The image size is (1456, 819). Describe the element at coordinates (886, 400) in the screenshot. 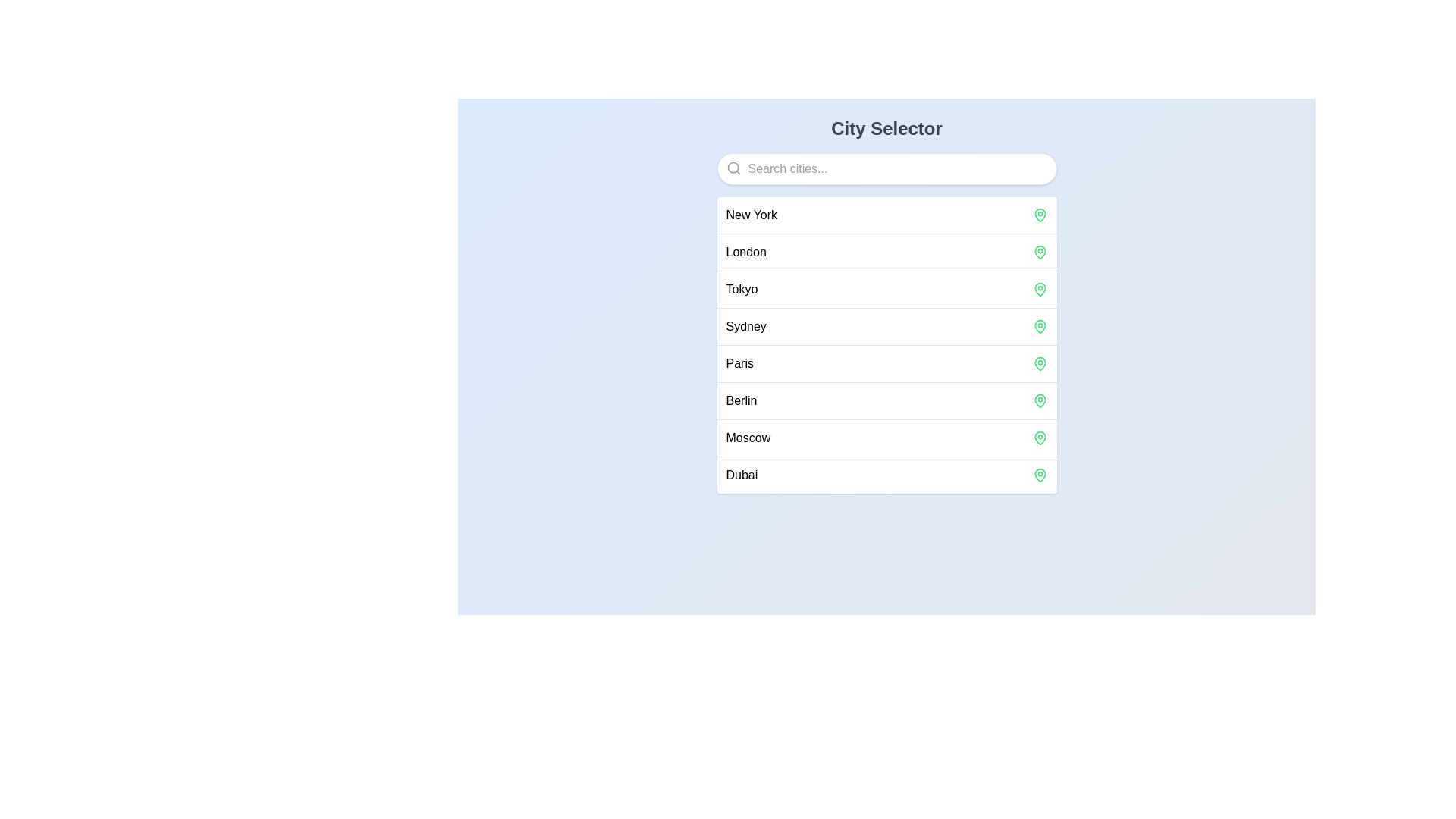

I see `the list item for 'Berlin', which is the sixth entry in a city selector menu` at that location.